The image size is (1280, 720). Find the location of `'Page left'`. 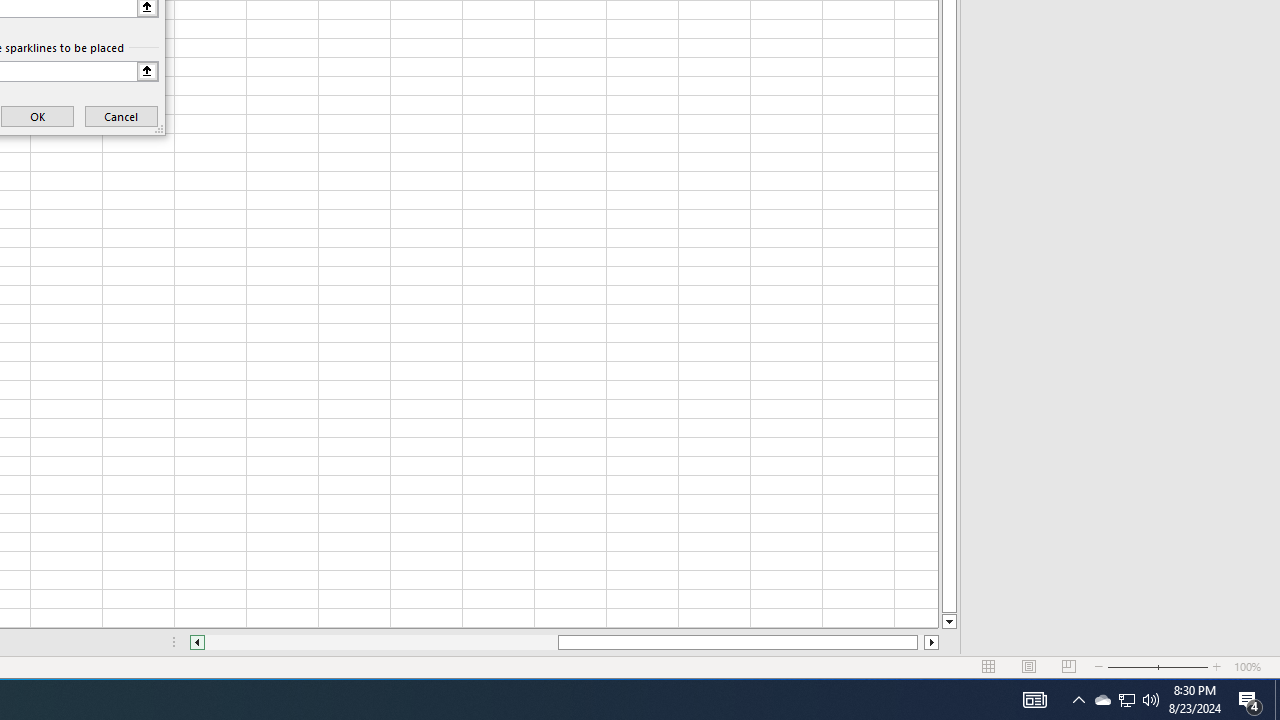

'Page left' is located at coordinates (381, 642).